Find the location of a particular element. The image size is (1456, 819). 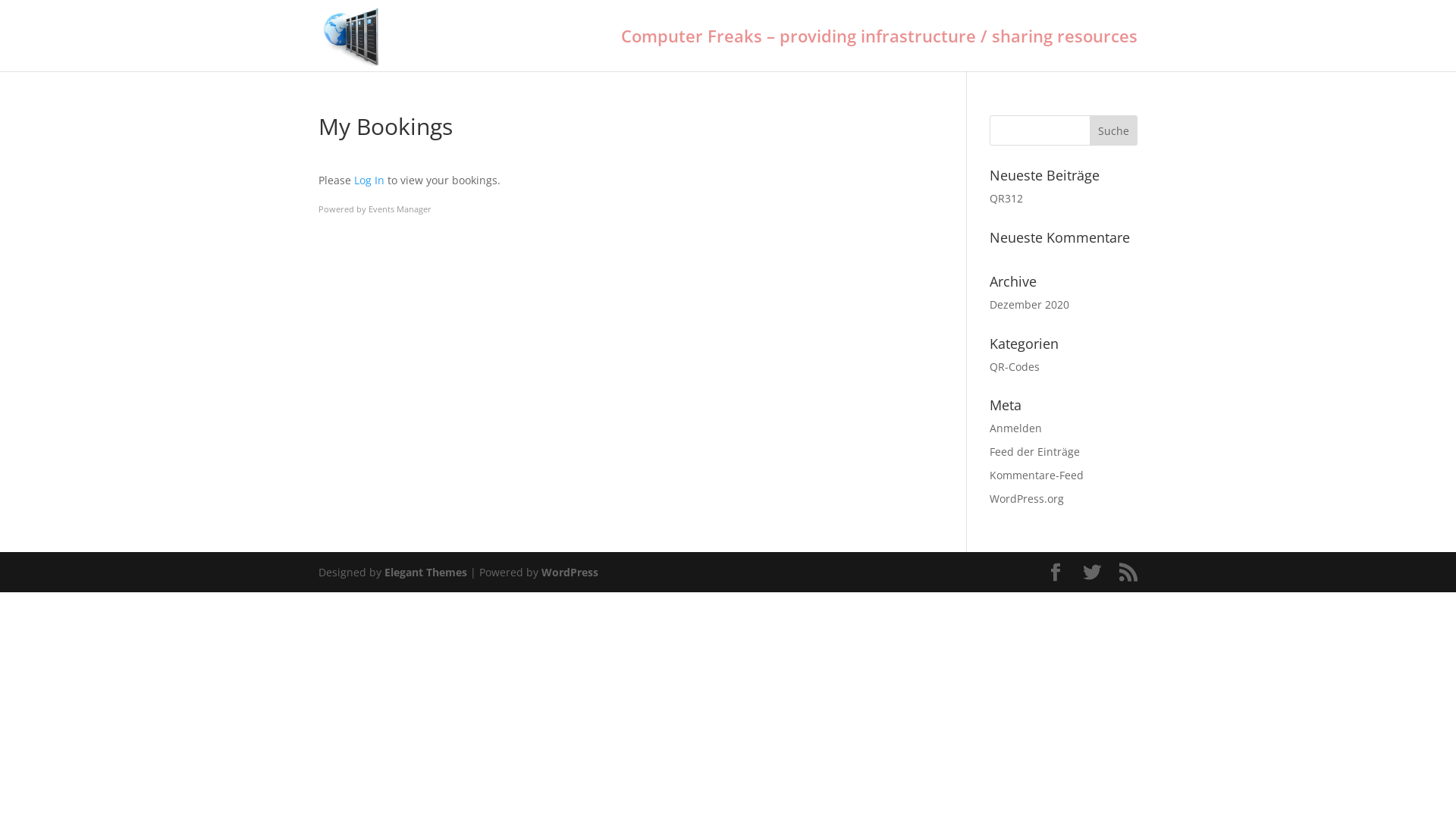

'Dezember 2020' is located at coordinates (1029, 304).